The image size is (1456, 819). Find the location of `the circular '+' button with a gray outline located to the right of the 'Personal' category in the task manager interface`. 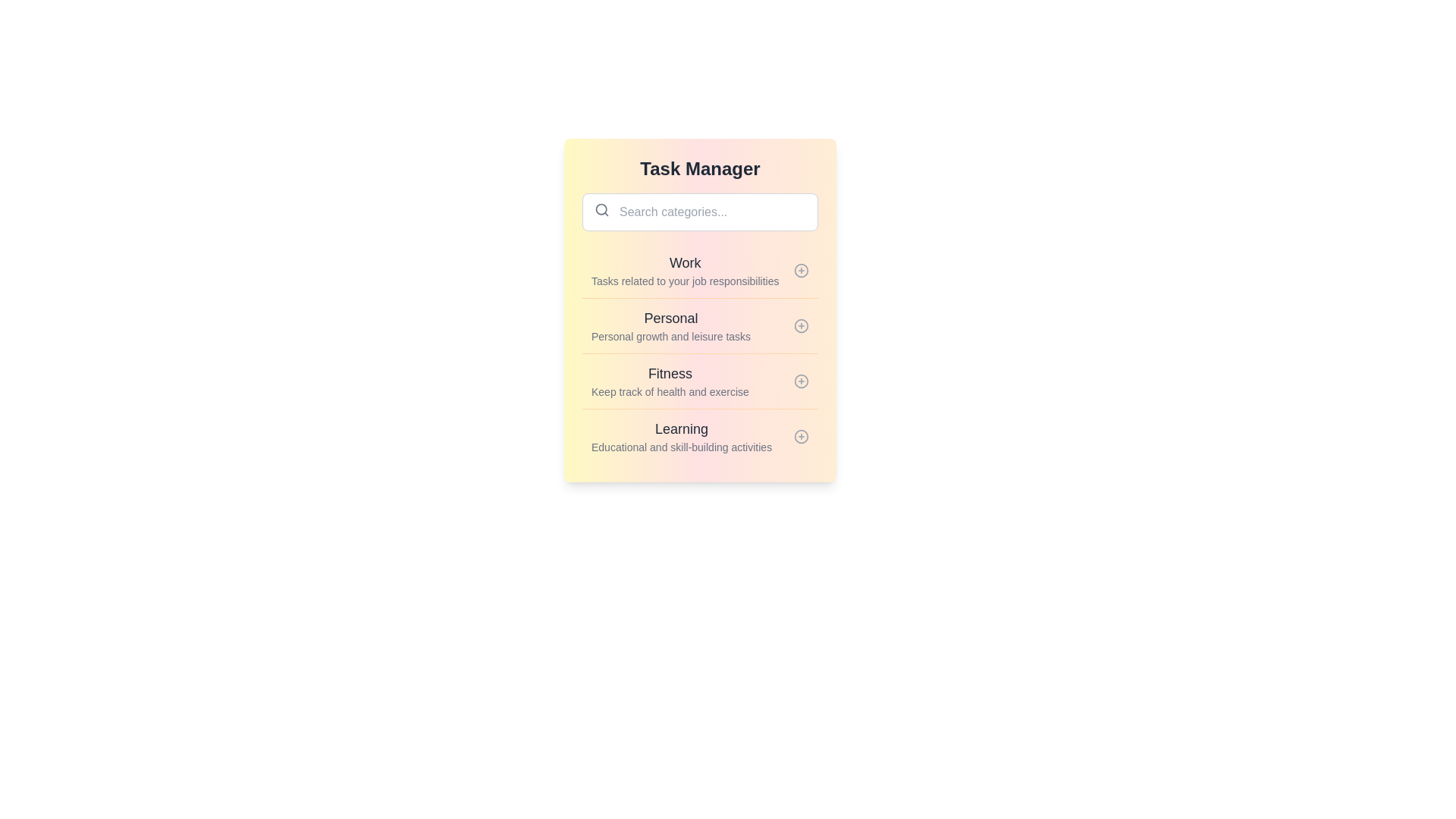

the circular '+' button with a gray outline located to the right of the 'Personal' category in the task manager interface is located at coordinates (800, 325).